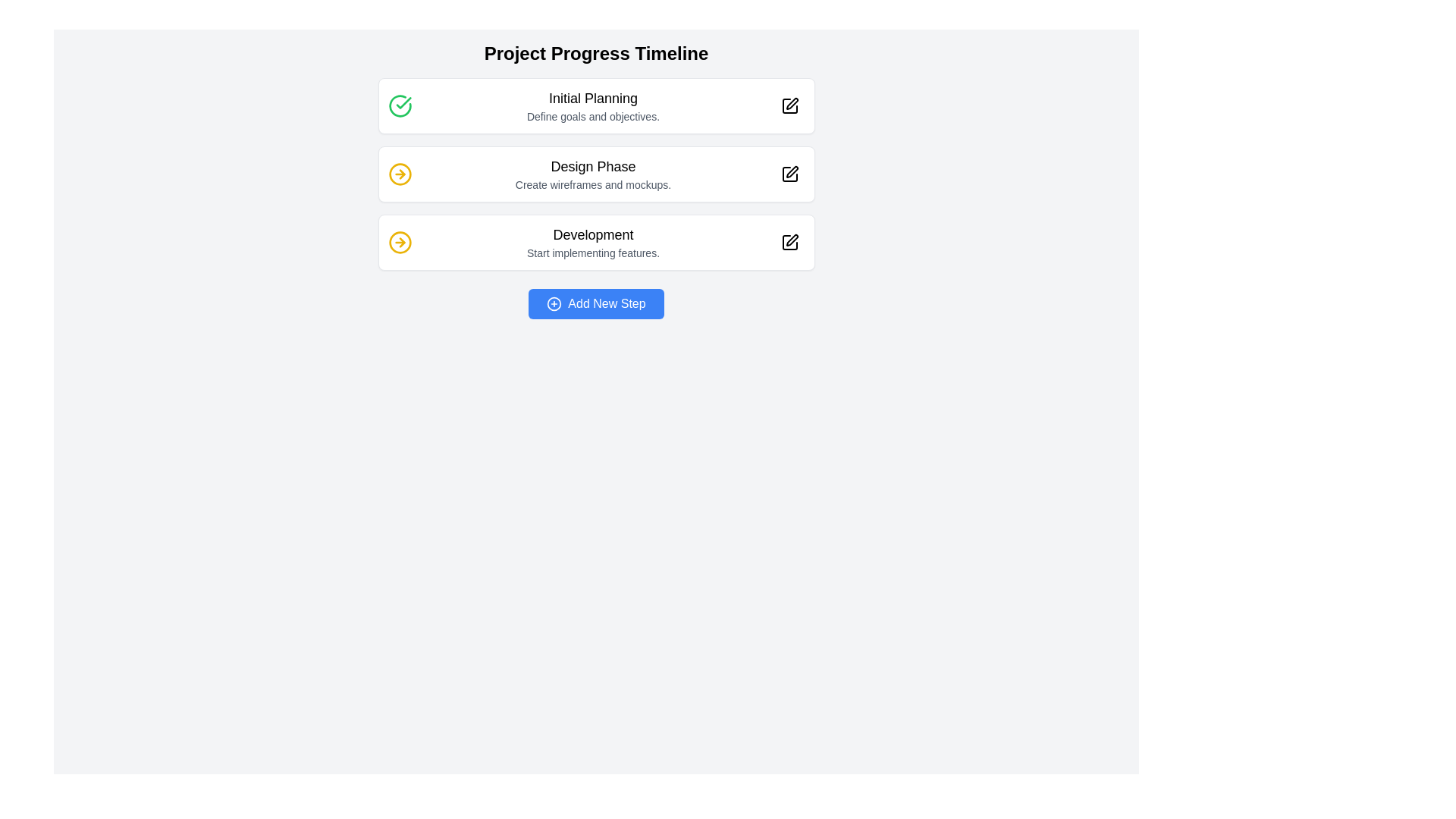 Image resolution: width=1456 pixels, height=819 pixels. What do you see at coordinates (789, 105) in the screenshot?
I see `the 'Edit' button in the 'Initial Planning' section` at bounding box center [789, 105].